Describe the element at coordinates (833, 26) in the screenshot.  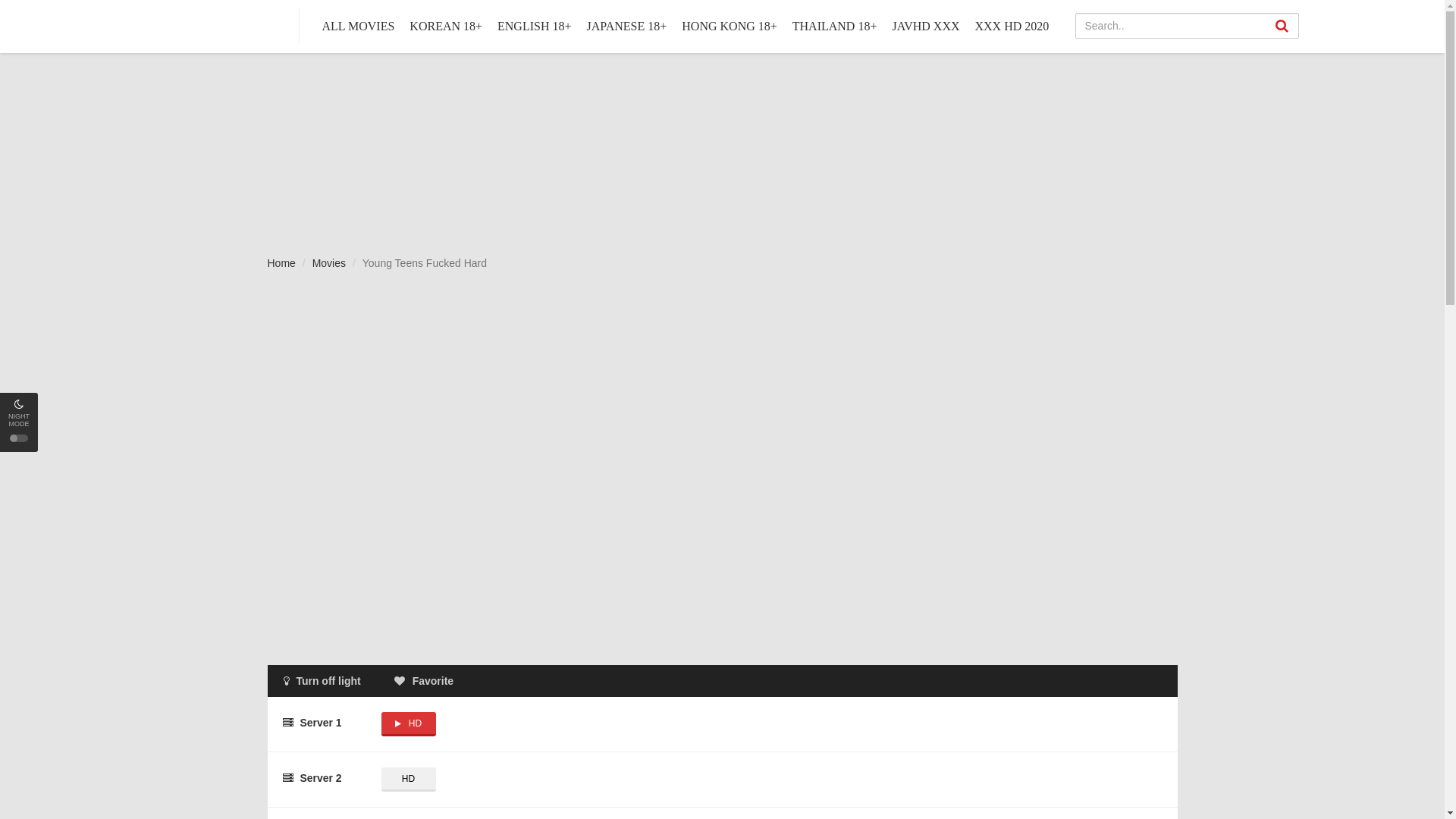
I see `'THAILAND 18+'` at that location.